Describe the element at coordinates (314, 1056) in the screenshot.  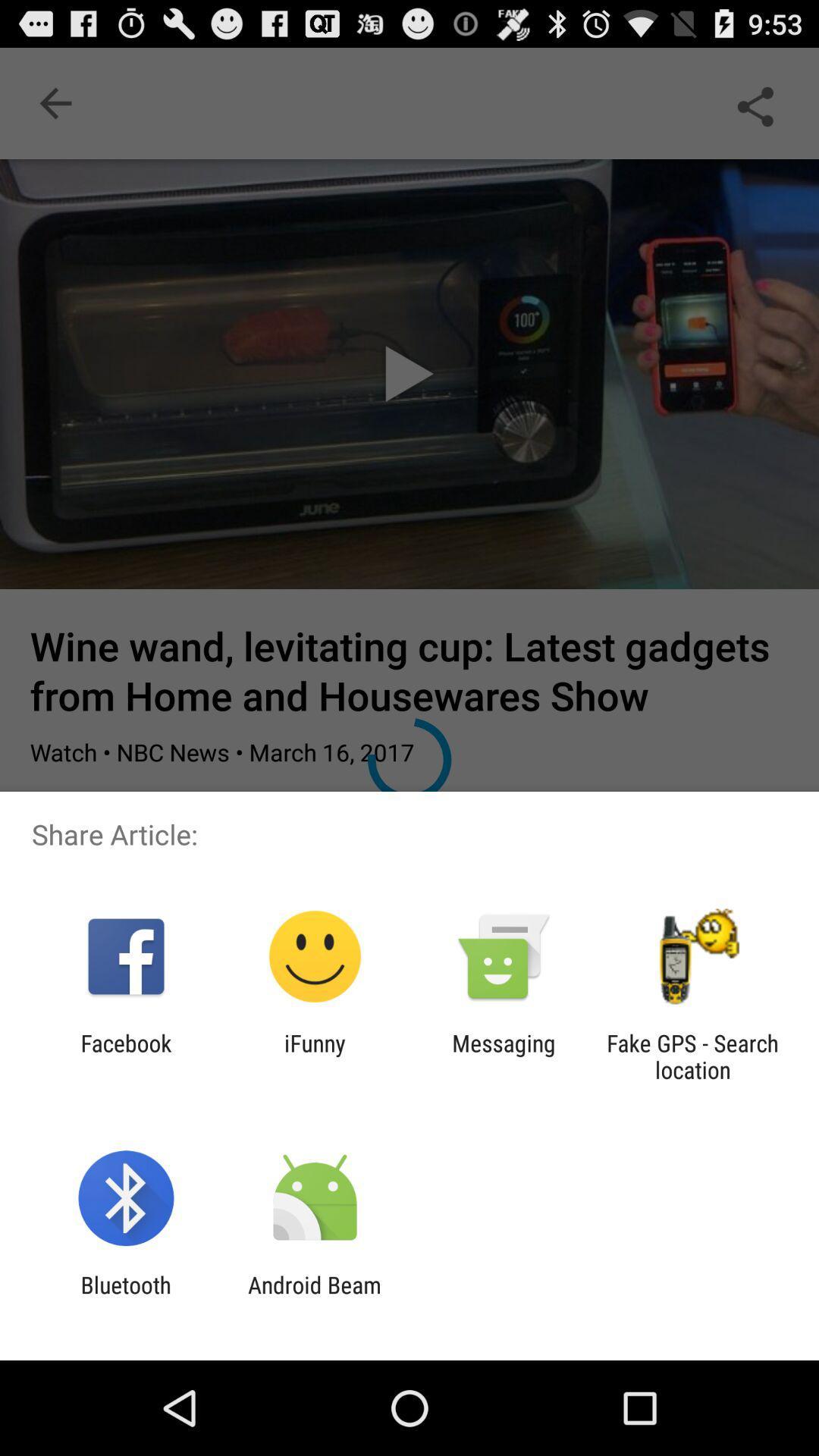
I see `the app to the left of messaging` at that location.